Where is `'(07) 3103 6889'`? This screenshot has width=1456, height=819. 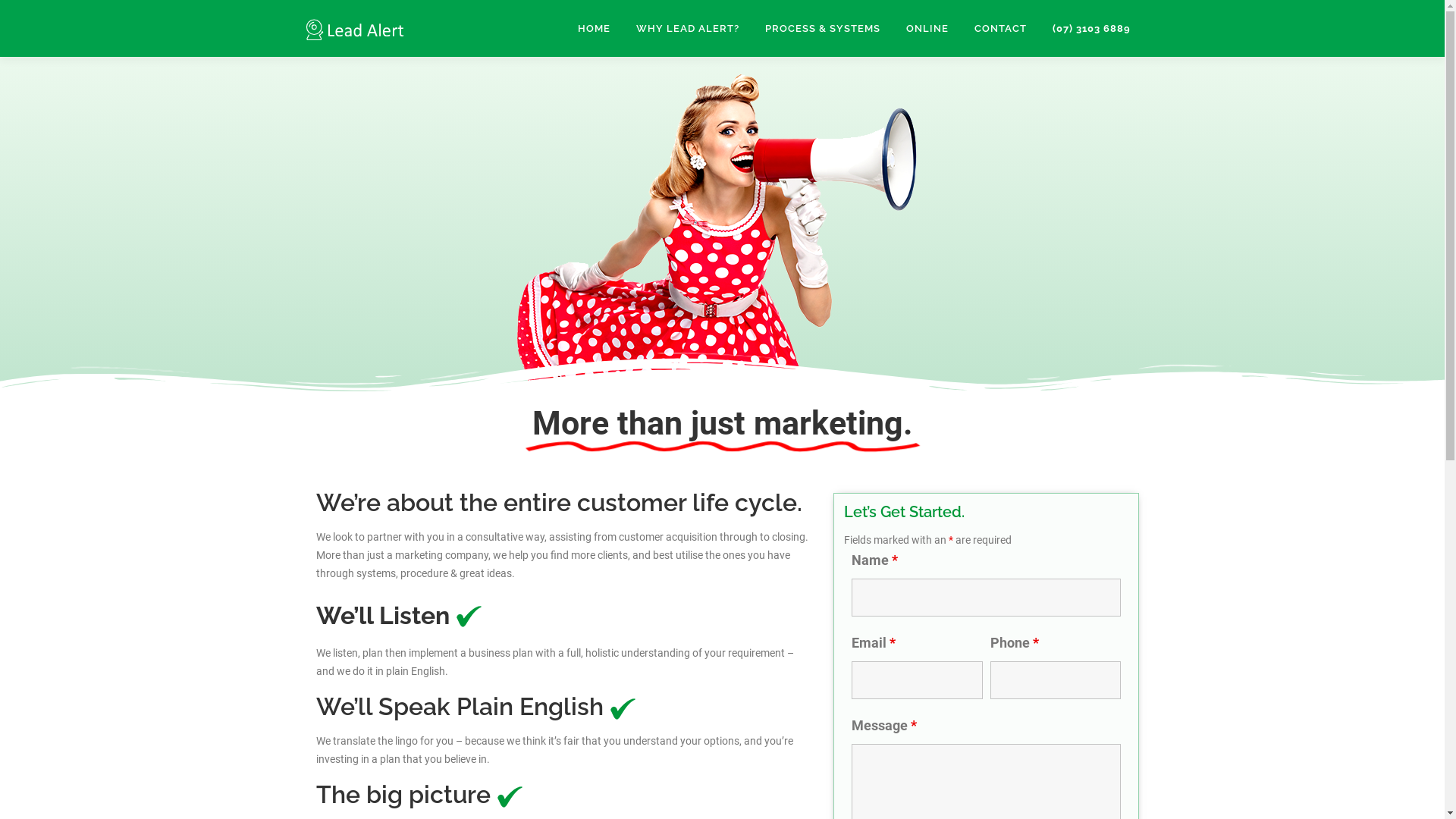
'(07) 3103 6889' is located at coordinates (1090, 28).